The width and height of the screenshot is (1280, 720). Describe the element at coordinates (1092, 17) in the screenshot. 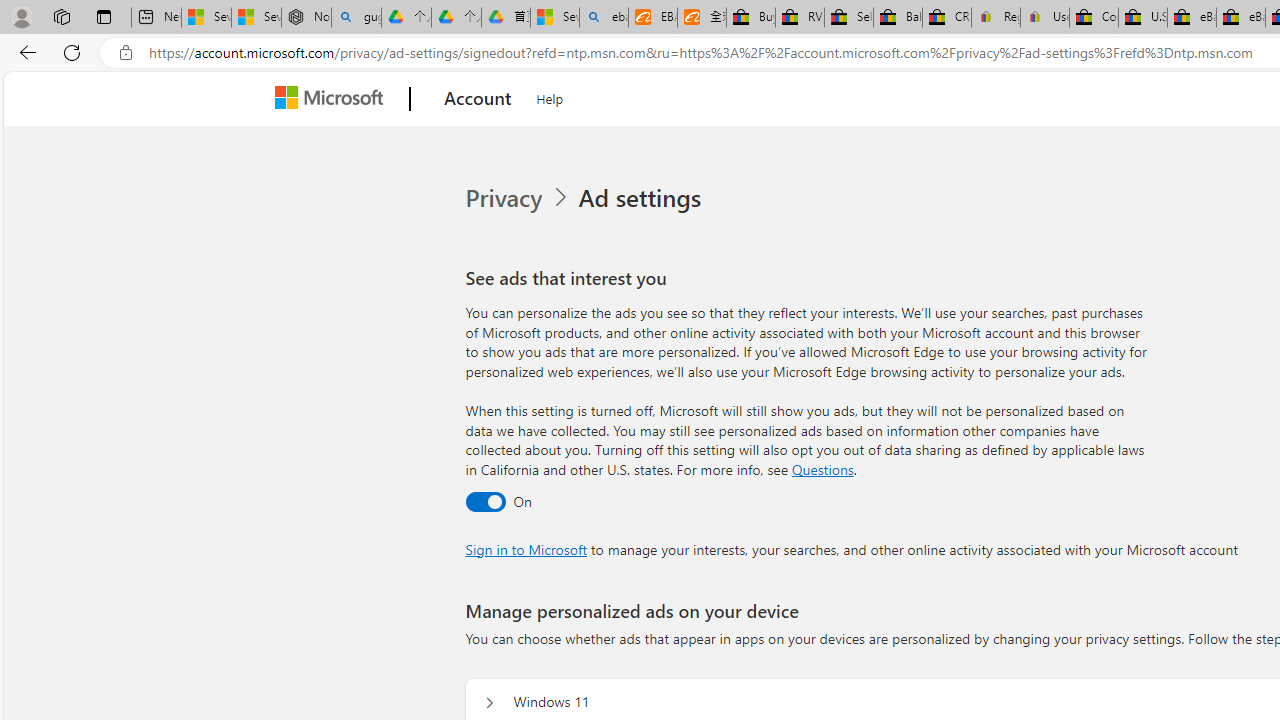

I see `'Consumer Health Data Privacy Policy - eBay Inc.'` at that location.